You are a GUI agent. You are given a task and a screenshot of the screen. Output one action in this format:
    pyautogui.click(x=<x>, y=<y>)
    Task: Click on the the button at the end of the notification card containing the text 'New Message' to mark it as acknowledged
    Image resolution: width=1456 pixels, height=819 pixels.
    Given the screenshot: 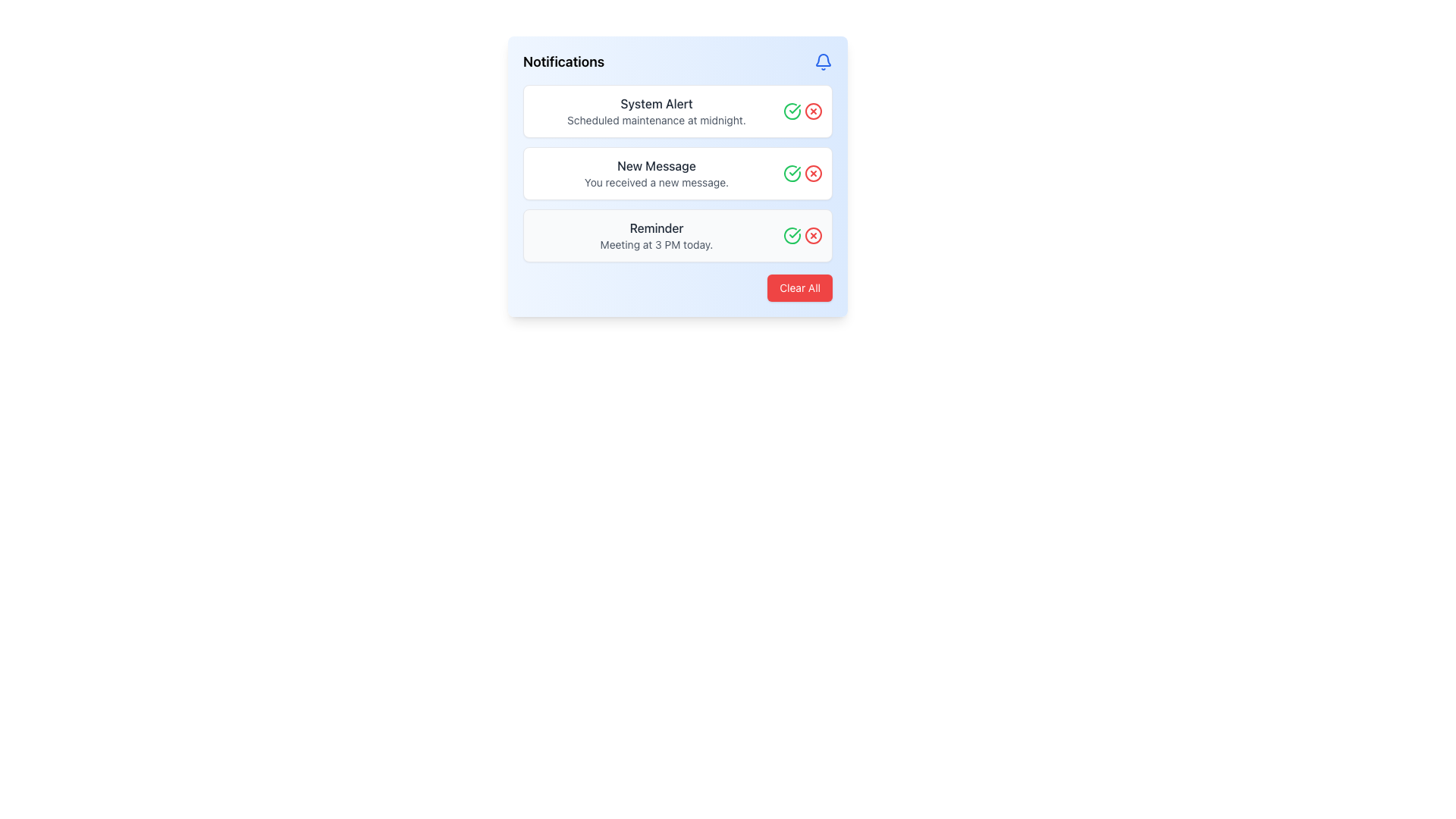 What is the action you would take?
    pyautogui.click(x=792, y=172)
    